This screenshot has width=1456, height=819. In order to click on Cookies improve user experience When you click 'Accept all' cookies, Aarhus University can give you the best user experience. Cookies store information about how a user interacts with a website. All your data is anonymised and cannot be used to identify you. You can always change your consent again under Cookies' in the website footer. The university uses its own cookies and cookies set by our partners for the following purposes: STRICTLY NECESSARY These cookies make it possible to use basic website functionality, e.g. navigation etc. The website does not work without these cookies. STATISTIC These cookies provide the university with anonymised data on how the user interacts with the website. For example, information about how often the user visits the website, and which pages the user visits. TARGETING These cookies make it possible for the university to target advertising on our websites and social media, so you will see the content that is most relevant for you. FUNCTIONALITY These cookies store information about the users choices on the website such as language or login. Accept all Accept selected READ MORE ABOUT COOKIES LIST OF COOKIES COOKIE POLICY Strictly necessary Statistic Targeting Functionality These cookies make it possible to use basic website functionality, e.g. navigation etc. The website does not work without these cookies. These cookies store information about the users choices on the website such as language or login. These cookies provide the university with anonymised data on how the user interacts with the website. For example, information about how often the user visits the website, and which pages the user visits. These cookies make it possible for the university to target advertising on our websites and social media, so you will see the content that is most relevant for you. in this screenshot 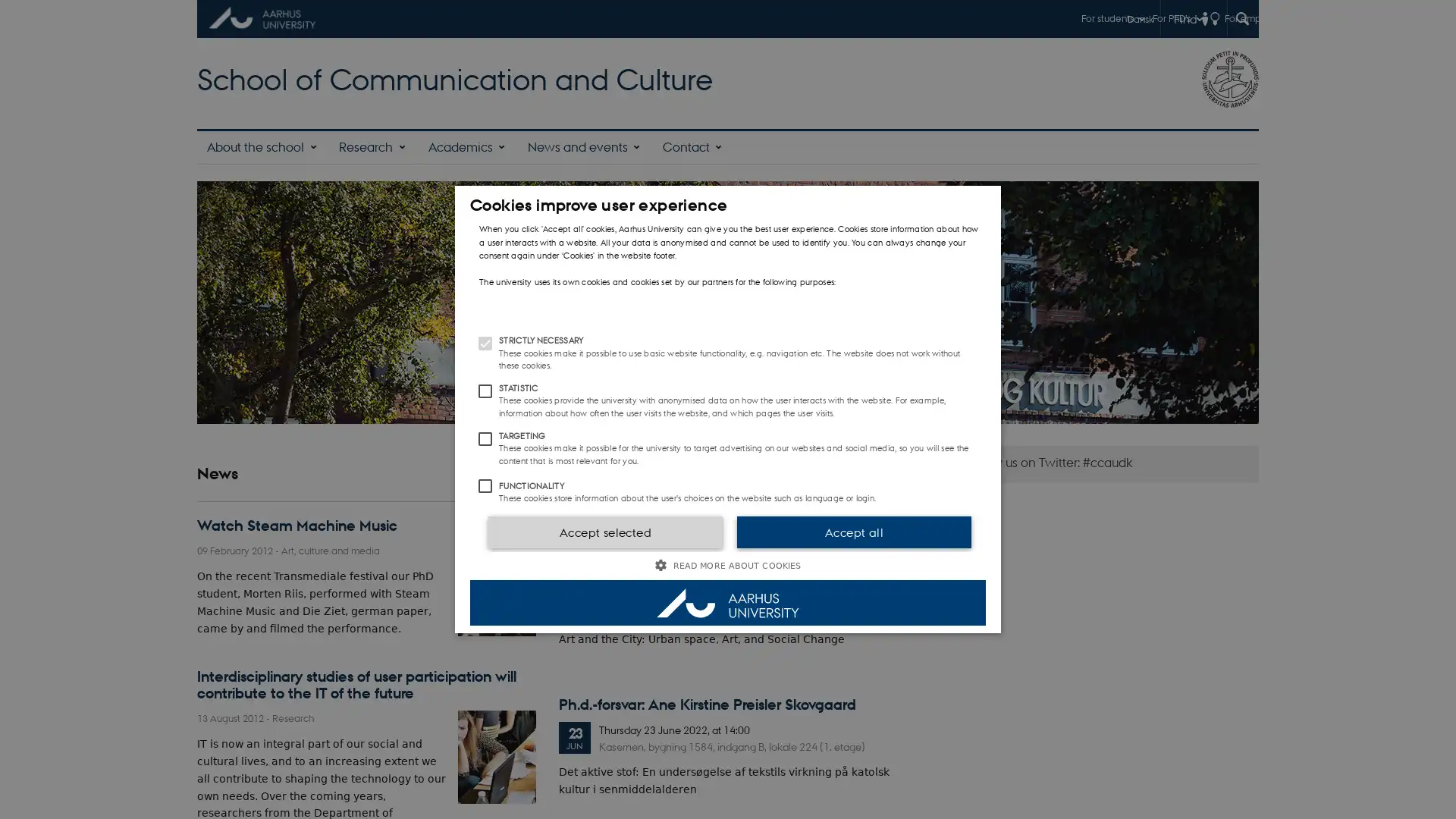, I will do `click(728, 409)`.